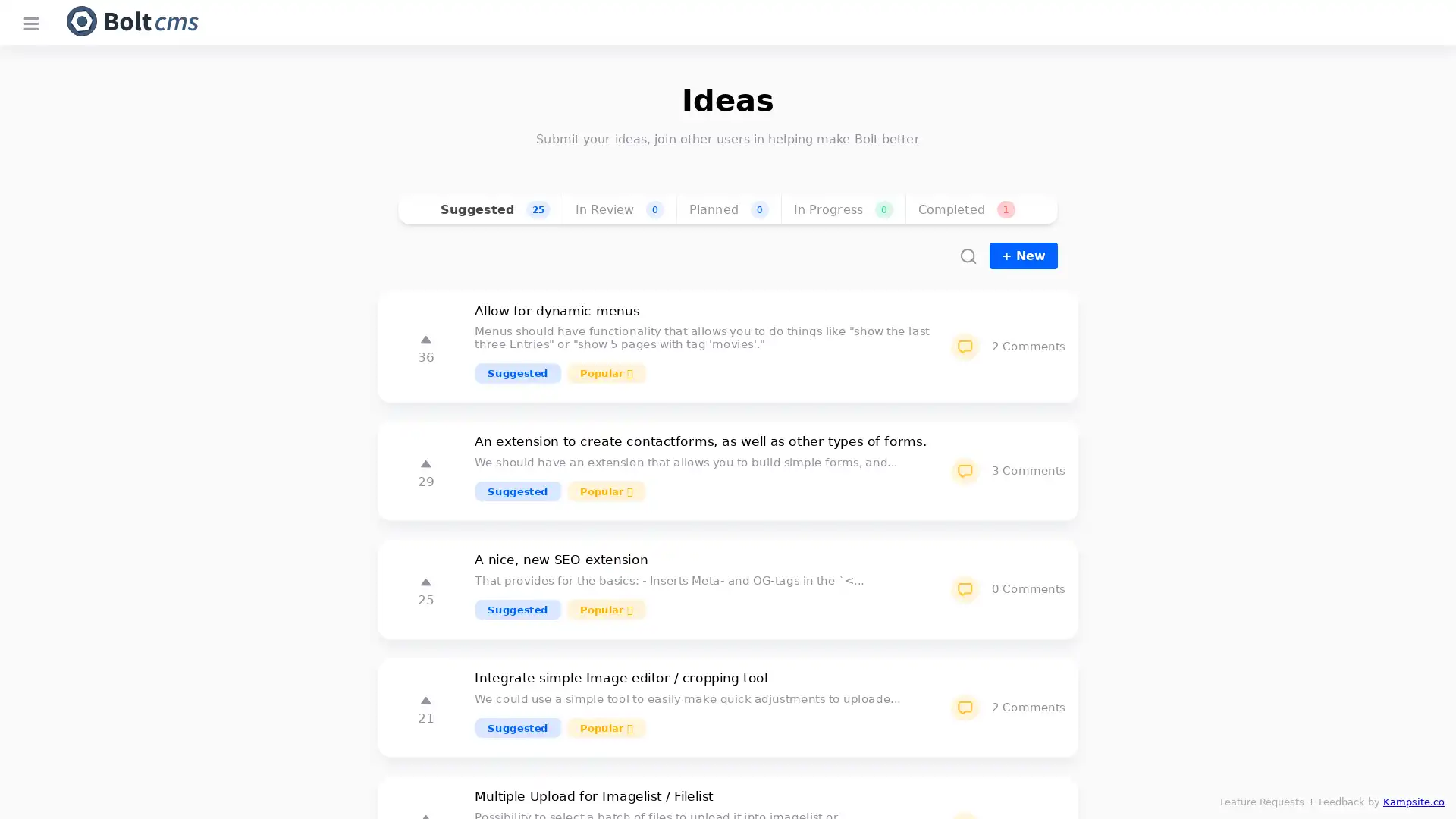  What do you see at coordinates (1023, 255) in the screenshot?
I see `+ New` at bounding box center [1023, 255].